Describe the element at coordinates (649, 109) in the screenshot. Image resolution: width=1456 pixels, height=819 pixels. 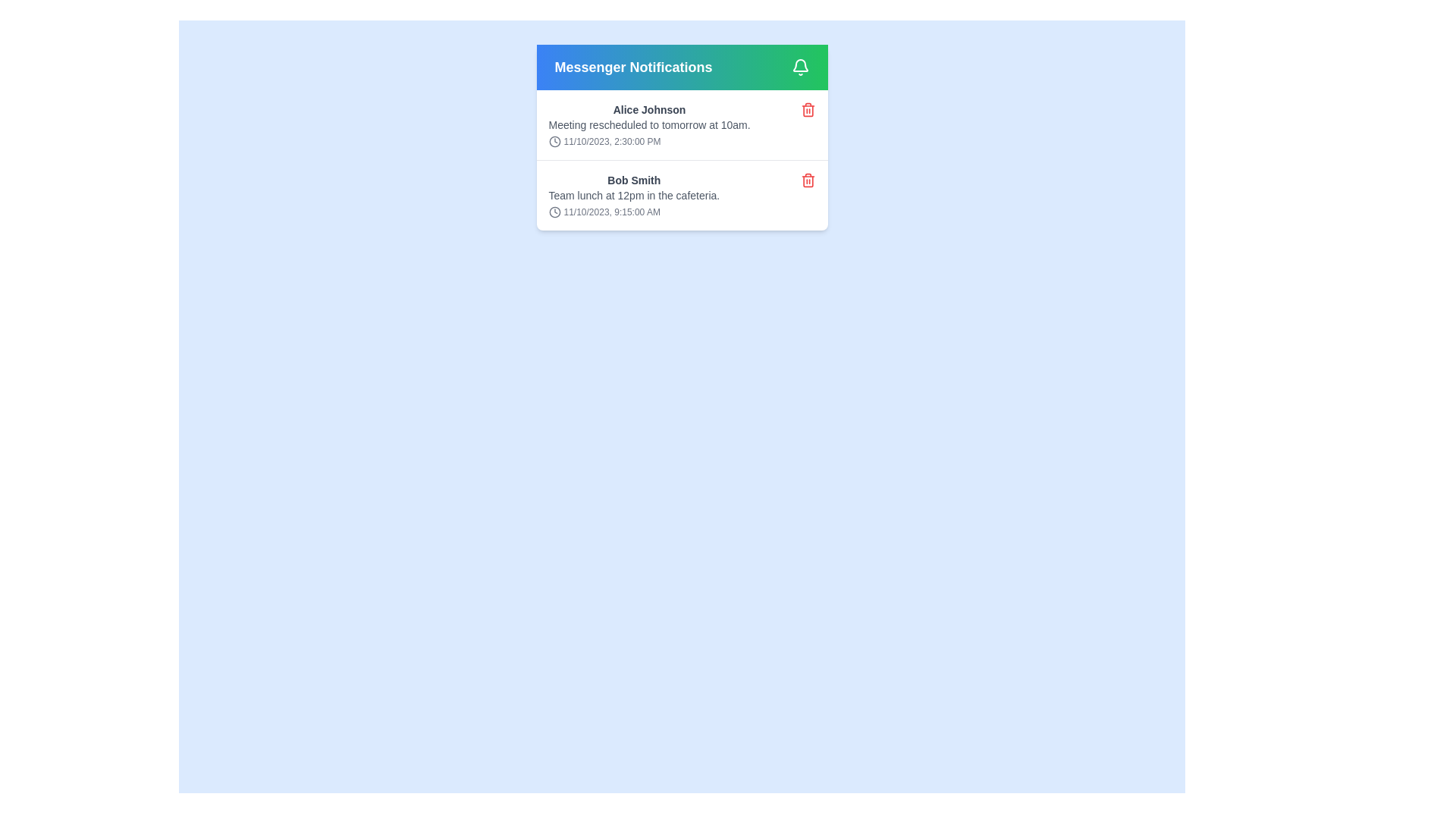
I see `the text label displaying 'Alice Johnson' in bold, dark gray font located in the Messenger Notifications section` at that location.